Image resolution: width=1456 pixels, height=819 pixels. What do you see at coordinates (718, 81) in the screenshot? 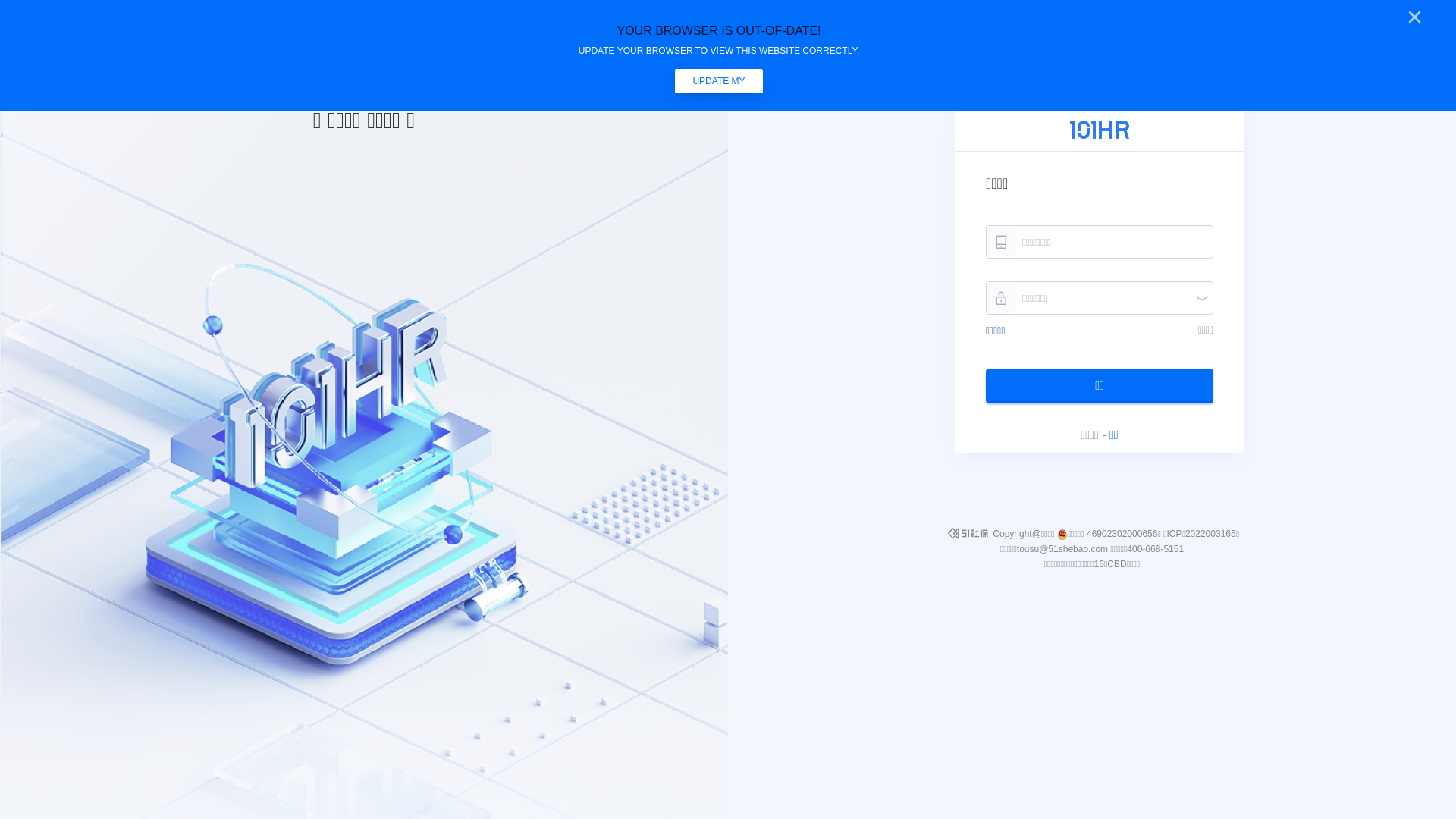
I see `'UPDATE MY BROWSER NOW'` at bounding box center [718, 81].